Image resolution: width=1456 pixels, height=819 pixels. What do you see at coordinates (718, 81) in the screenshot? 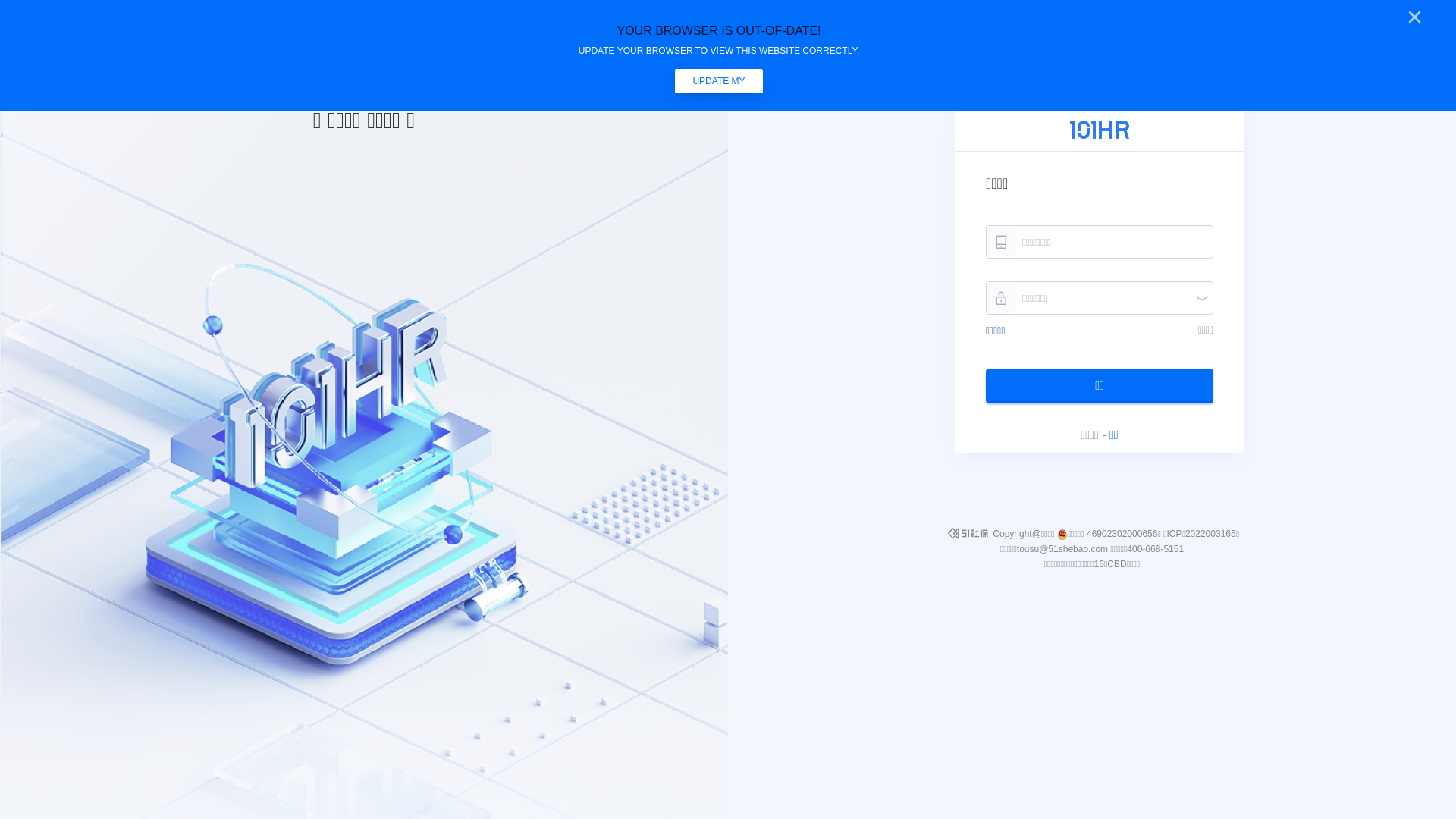
I see `'UPDATE MY BROWSER NOW'` at bounding box center [718, 81].